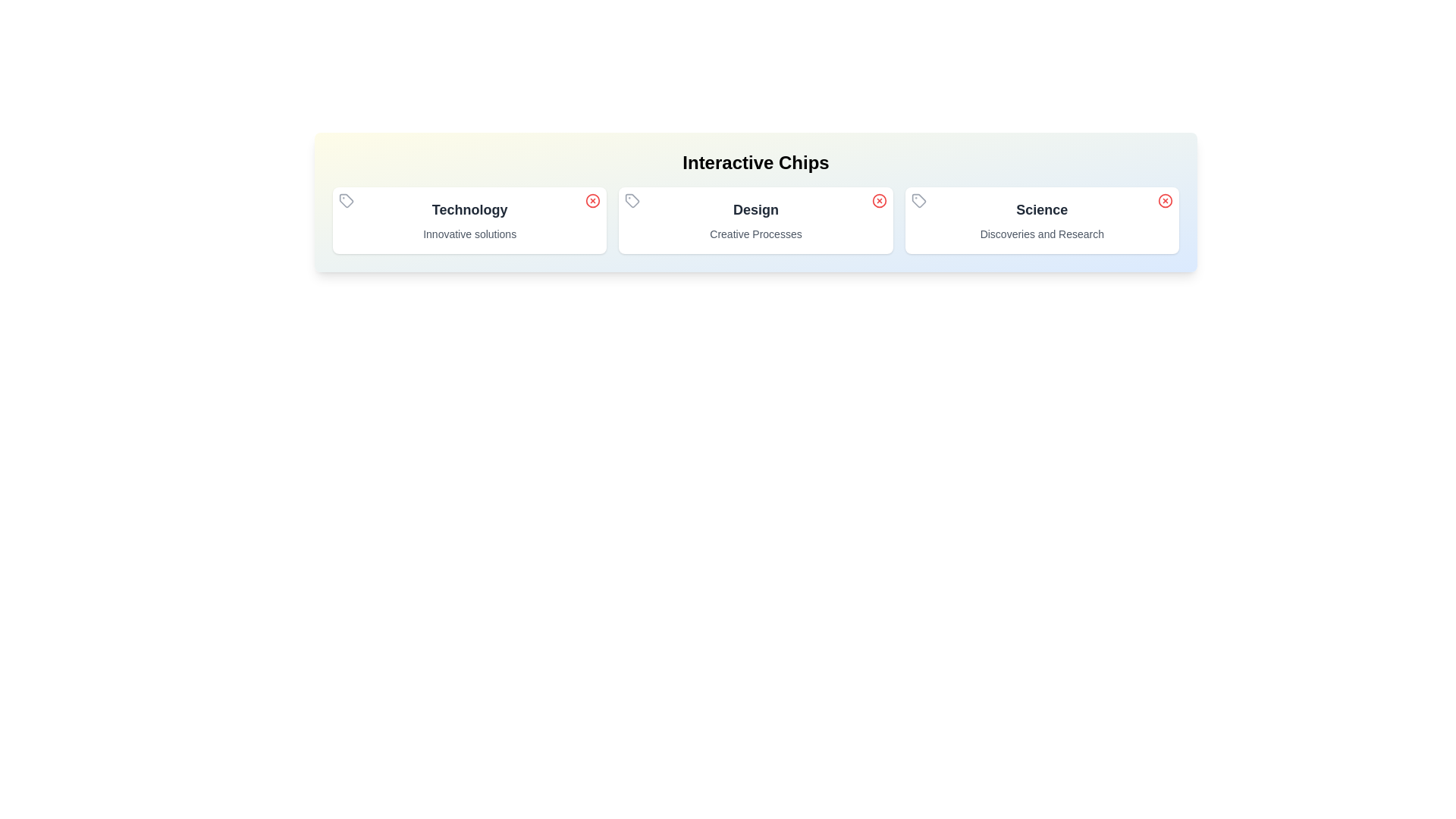  What do you see at coordinates (1040, 220) in the screenshot?
I see `the chip labeled Science` at bounding box center [1040, 220].